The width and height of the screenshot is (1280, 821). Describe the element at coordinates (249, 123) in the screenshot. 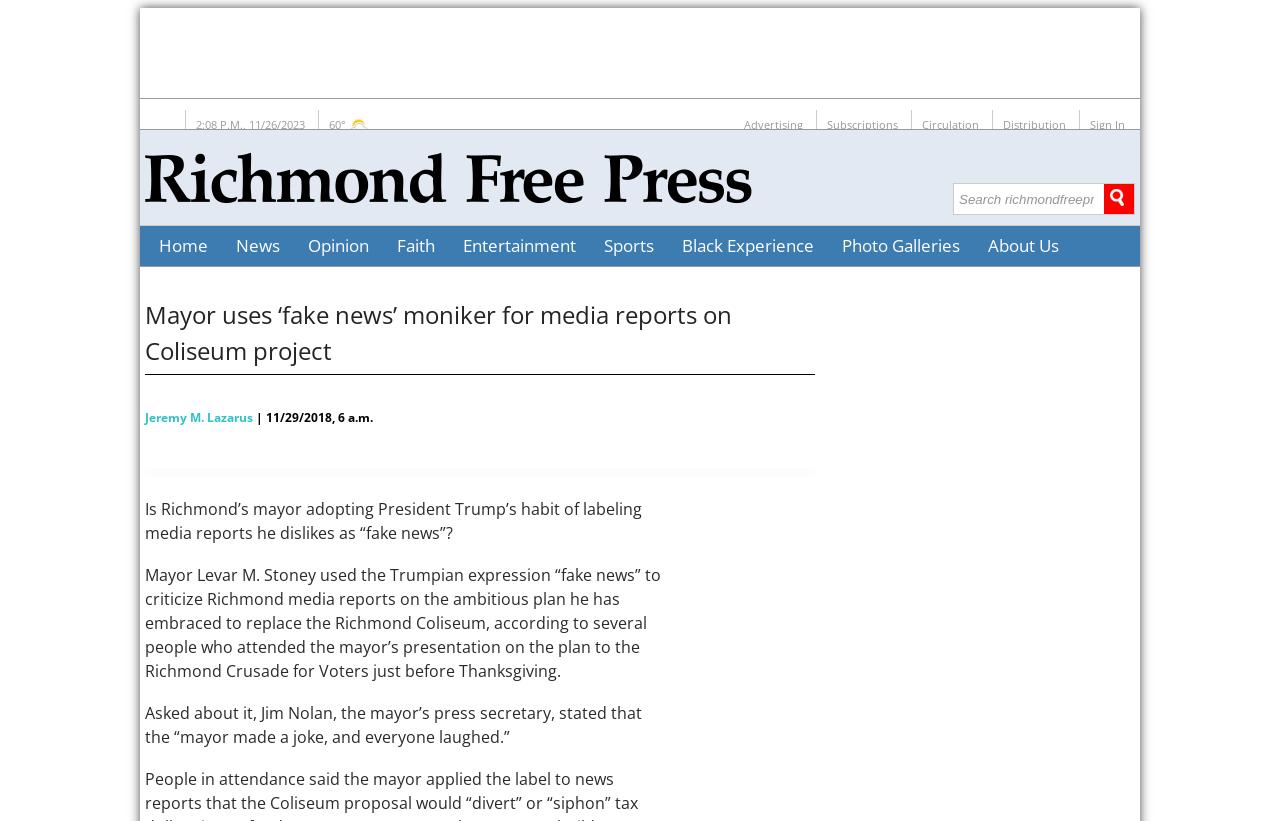

I see `'2:08 p.m., 11/26/2023'` at that location.